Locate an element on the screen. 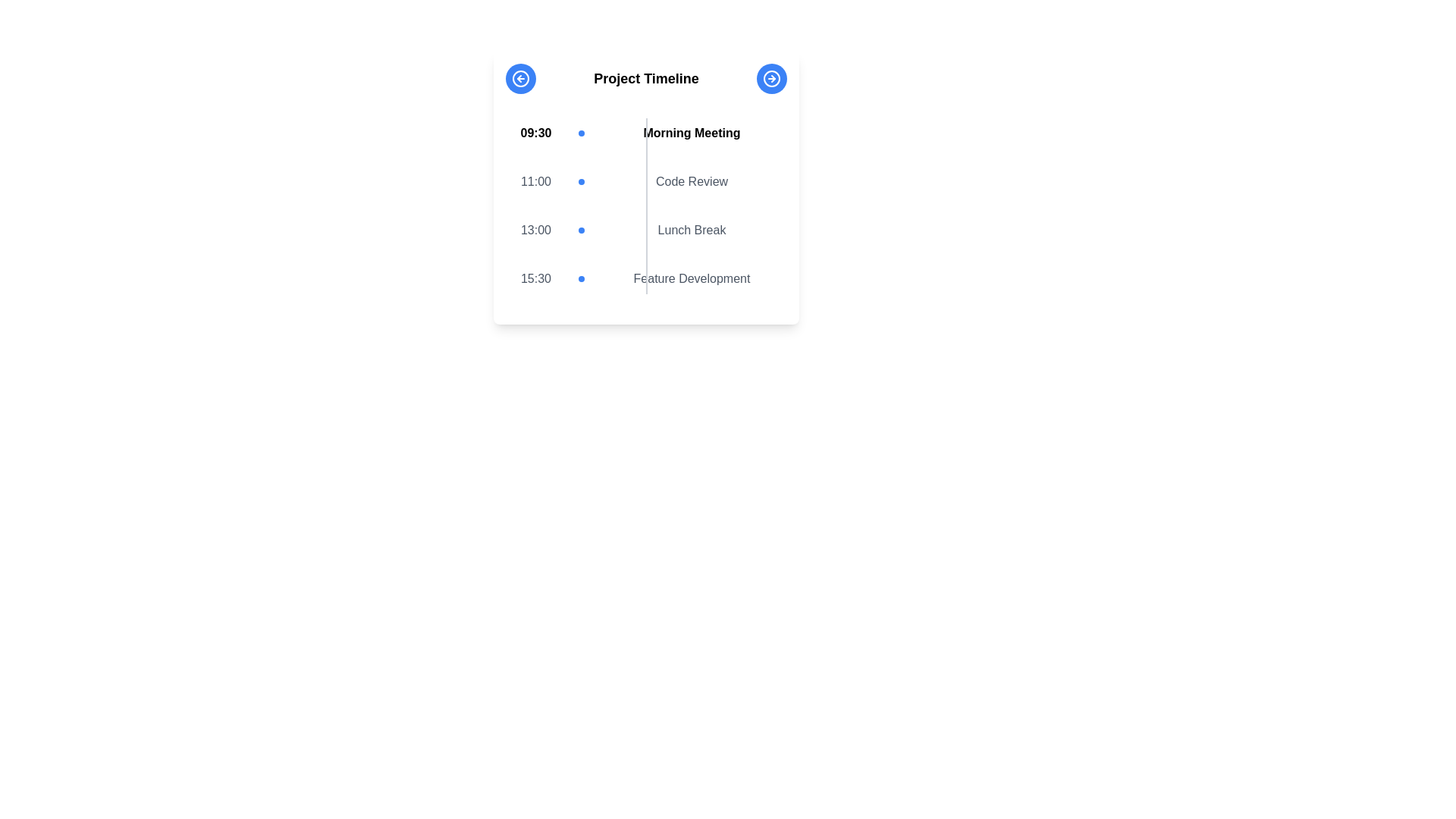 Image resolution: width=1456 pixels, height=819 pixels. the rightmost button on the 'Project Timeline' header bar is located at coordinates (771, 79).